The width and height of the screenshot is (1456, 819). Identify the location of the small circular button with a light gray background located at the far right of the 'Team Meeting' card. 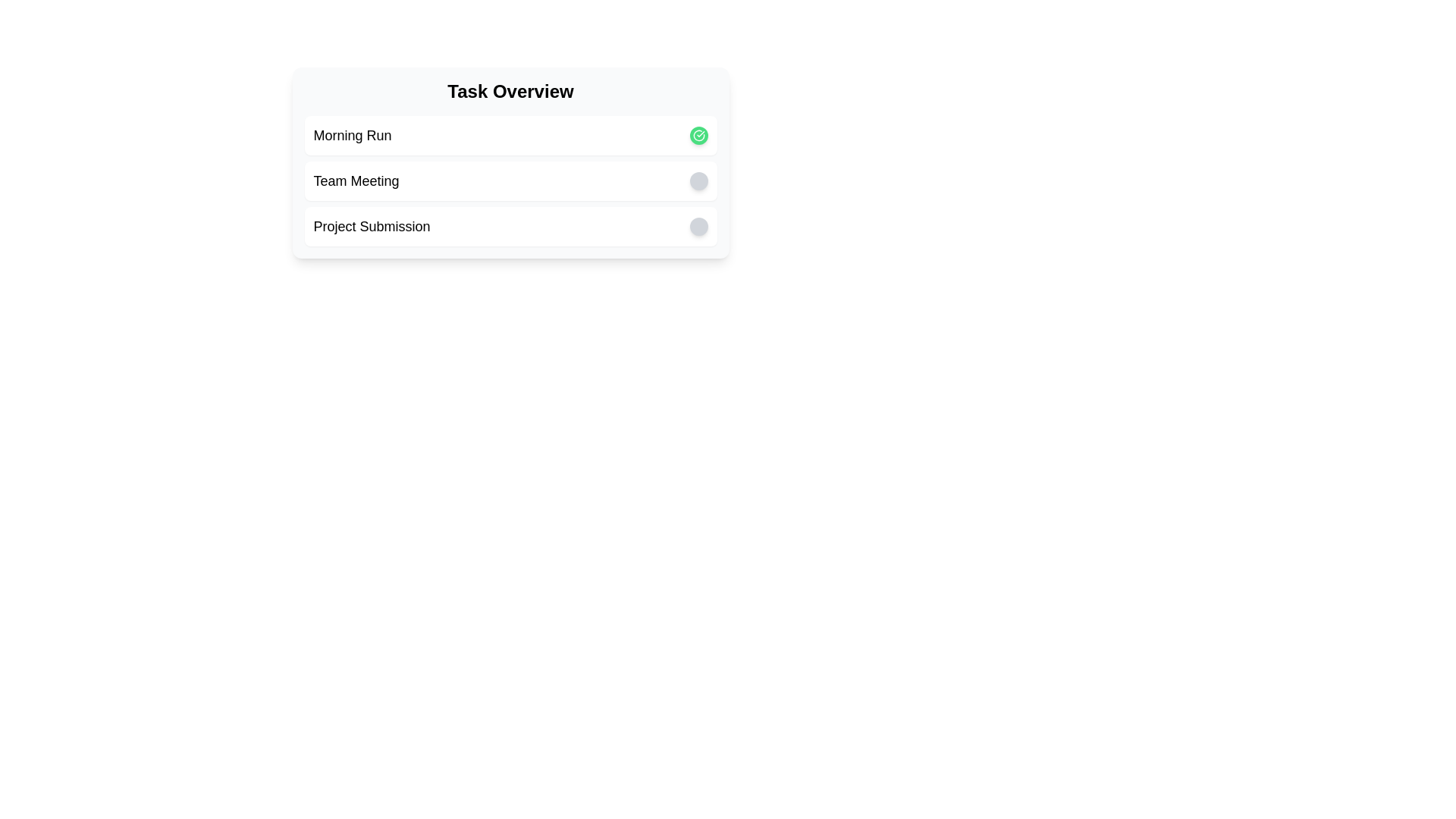
(698, 180).